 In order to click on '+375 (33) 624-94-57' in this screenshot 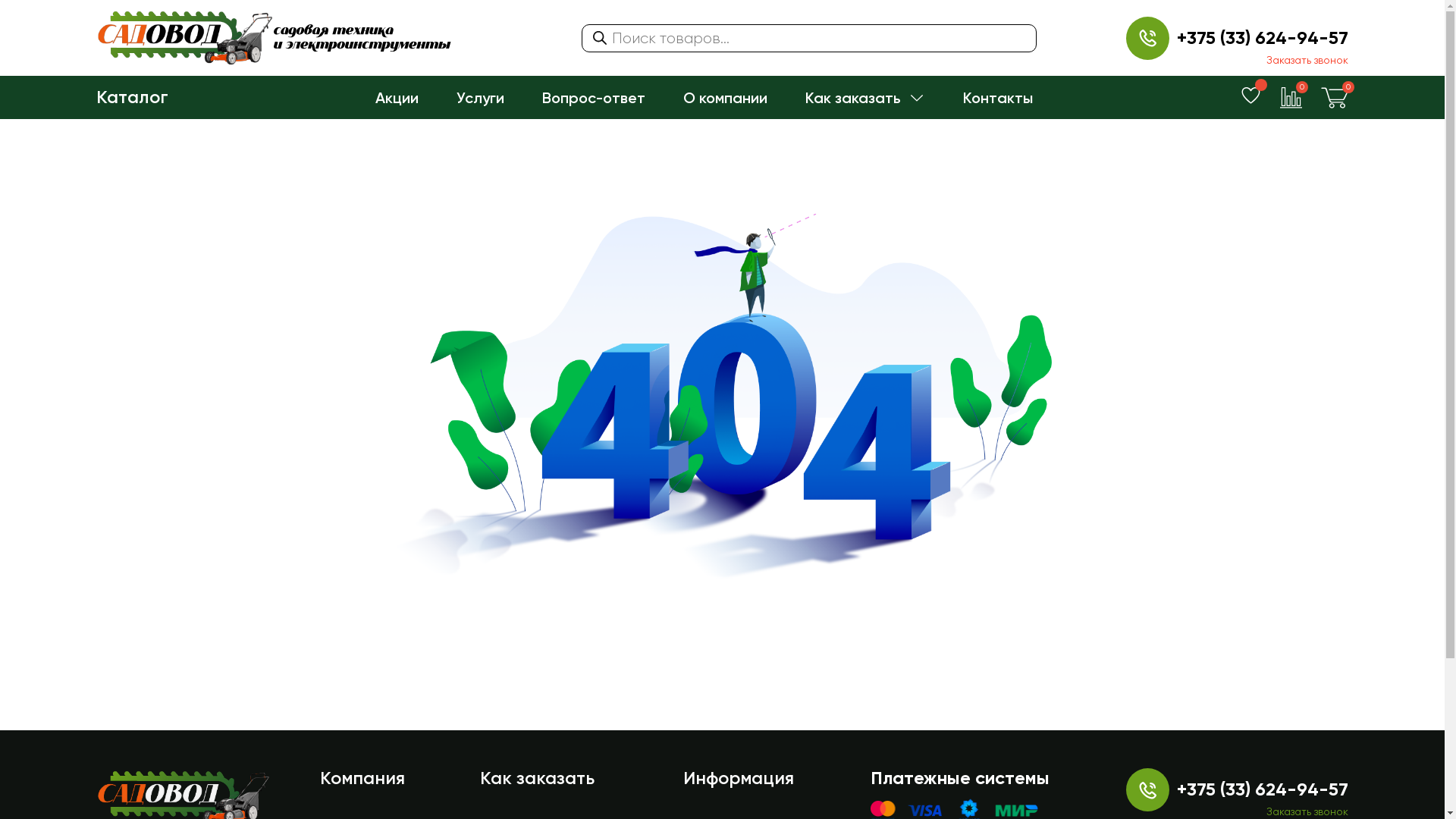, I will do `click(1263, 789)`.